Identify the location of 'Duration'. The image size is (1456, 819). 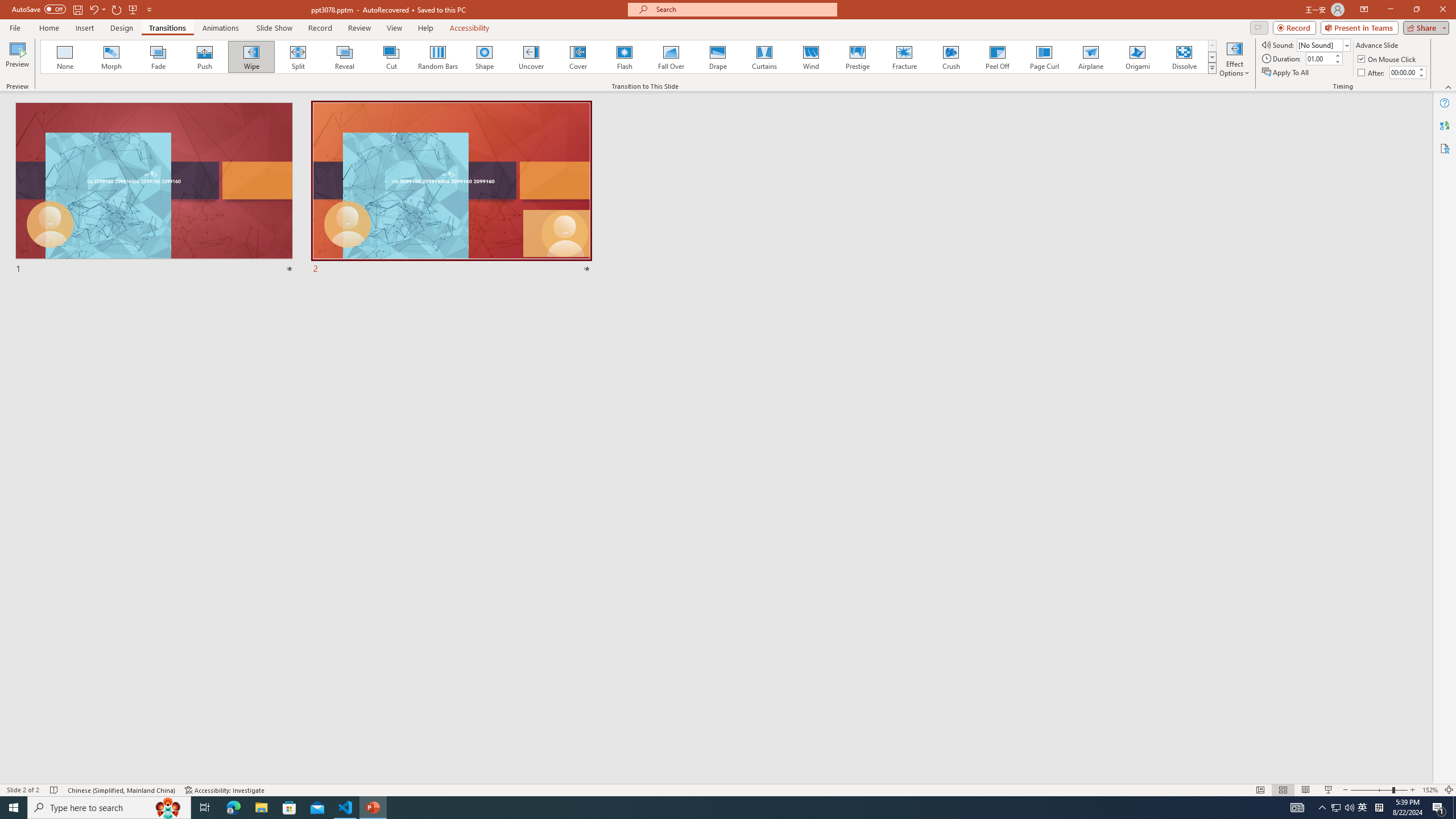
(1319, 58).